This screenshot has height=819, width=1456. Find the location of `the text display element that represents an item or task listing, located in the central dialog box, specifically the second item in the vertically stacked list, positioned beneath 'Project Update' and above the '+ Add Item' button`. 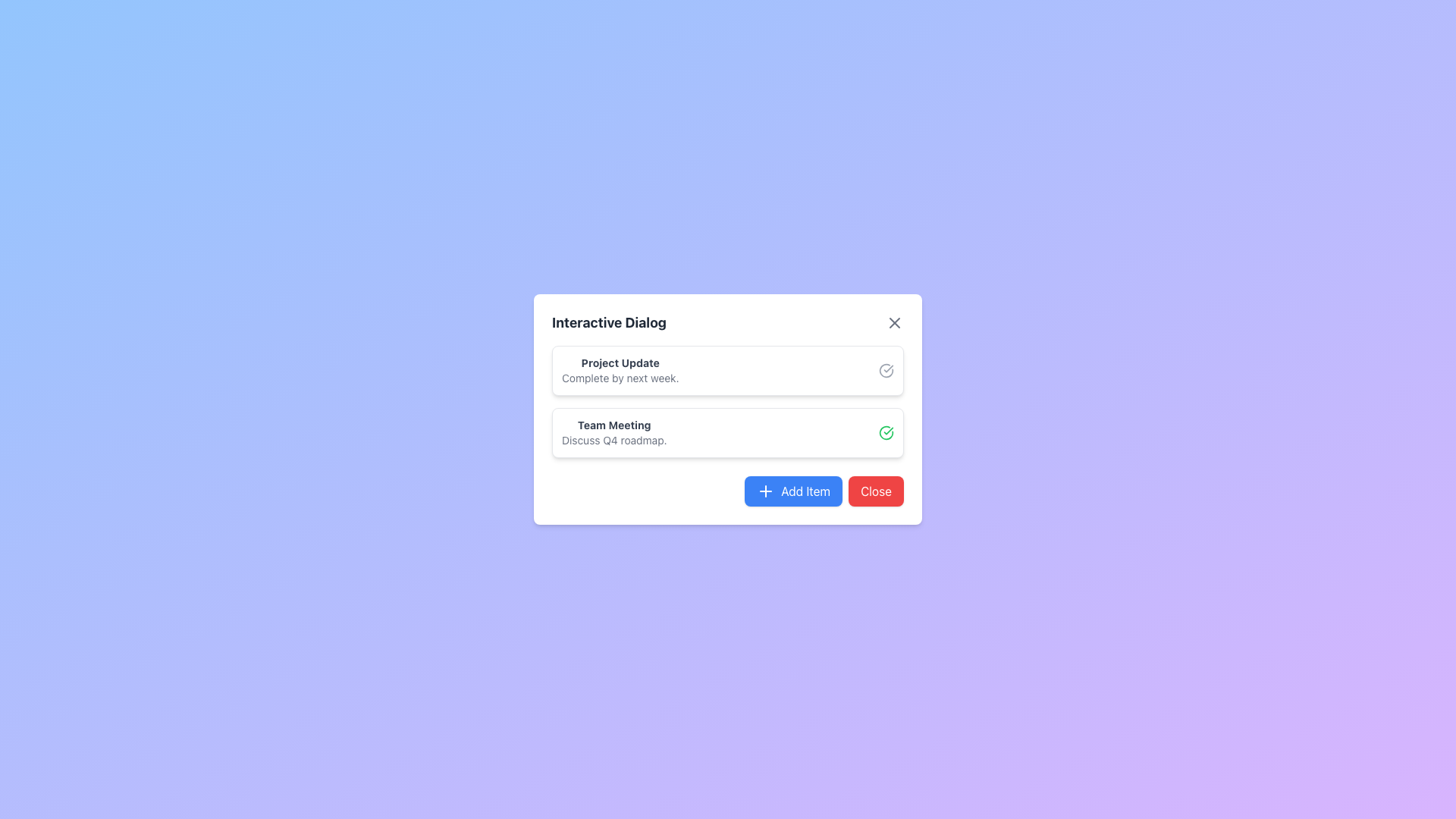

the text display element that represents an item or task listing, located in the central dialog box, specifically the second item in the vertically stacked list, positioned beneath 'Project Update' and above the '+ Add Item' button is located at coordinates (614, 432).